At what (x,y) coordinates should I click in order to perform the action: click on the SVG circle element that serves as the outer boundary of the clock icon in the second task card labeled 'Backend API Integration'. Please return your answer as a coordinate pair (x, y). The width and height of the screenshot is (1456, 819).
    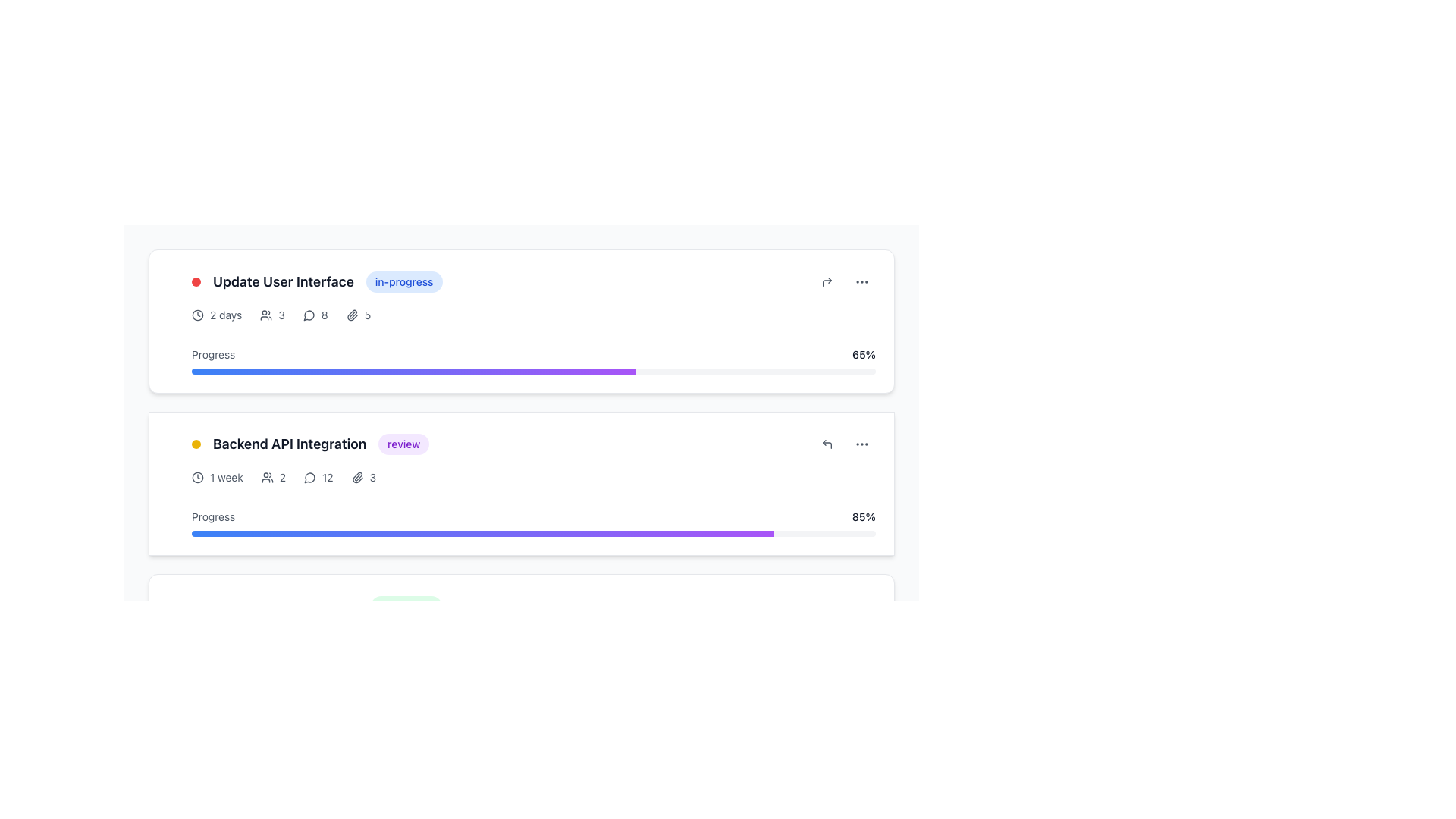
    Looking at the image, I should click on (196, 476).